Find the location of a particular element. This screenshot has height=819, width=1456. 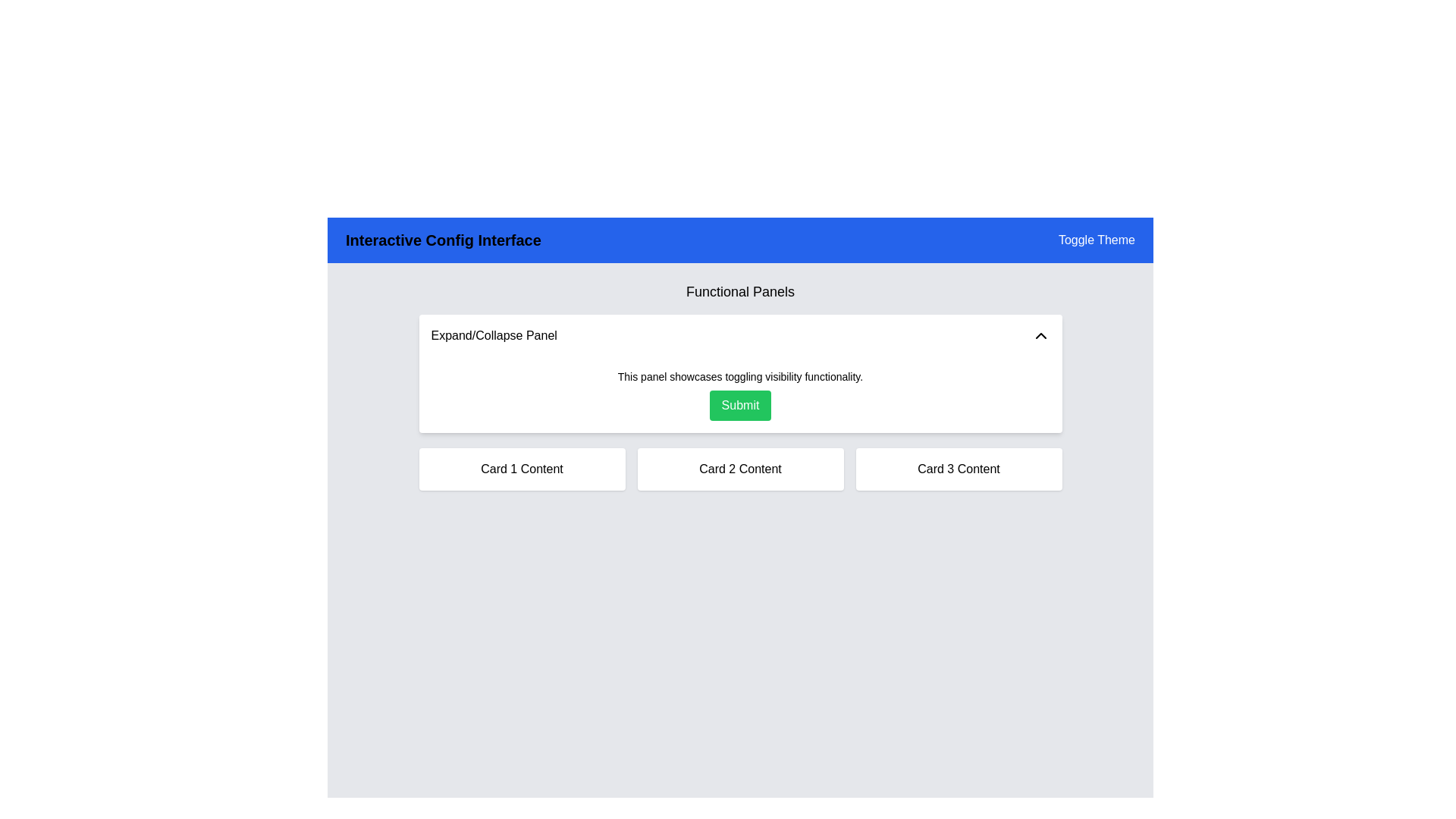

the green 'Submit' button located on the white rectangular panel under the title 'Expand/Collapse Panel' is located at coordinates (740, 394).